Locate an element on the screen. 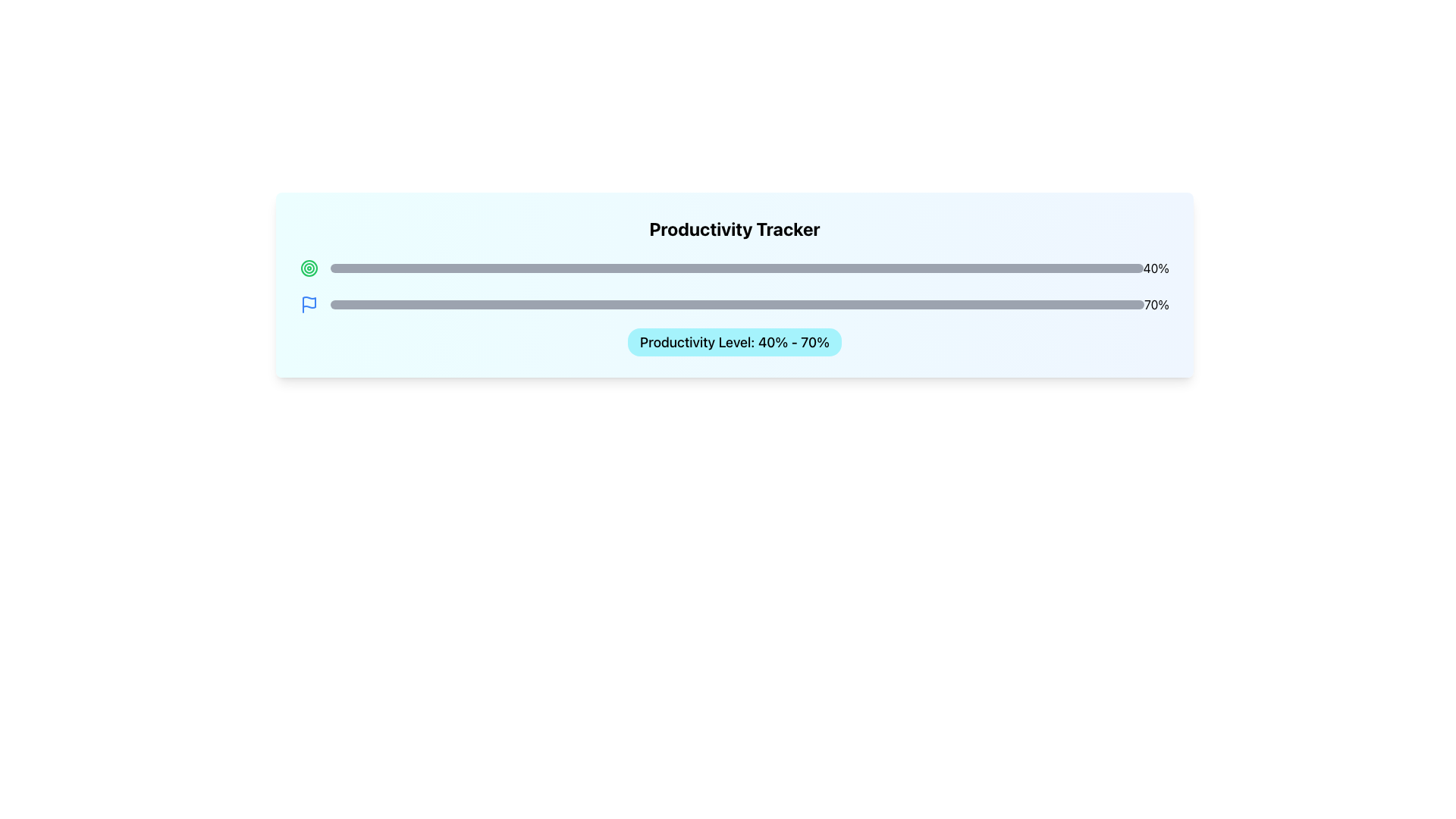 Image resolution: width=1456 pixels, height=819 pixels. the horizontal progress bar with rounded ends, which is styled with a light gray color and represents a visual progress indicator below the 'Productivity Tracker' label is located at coordinates (736, 268).